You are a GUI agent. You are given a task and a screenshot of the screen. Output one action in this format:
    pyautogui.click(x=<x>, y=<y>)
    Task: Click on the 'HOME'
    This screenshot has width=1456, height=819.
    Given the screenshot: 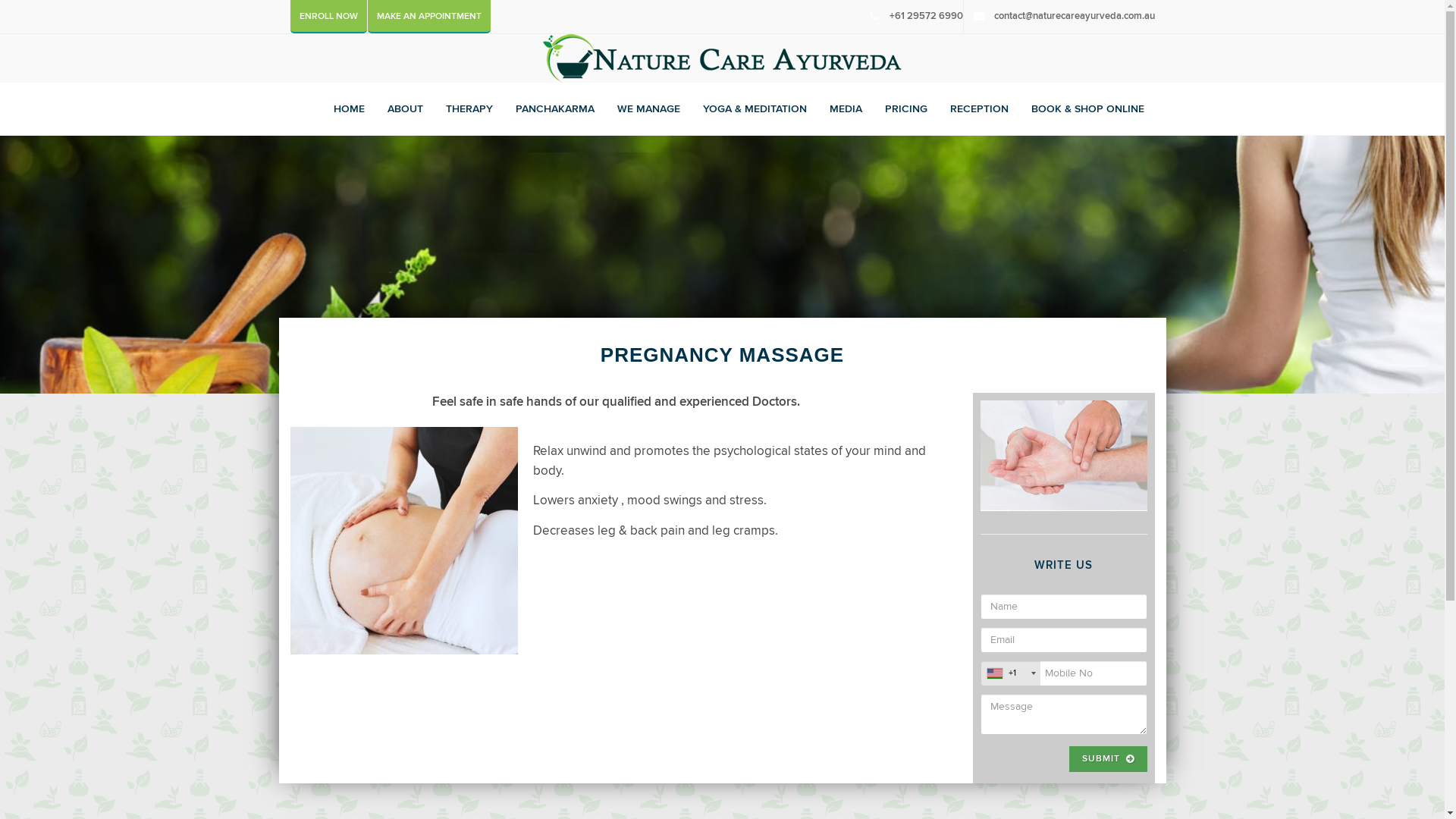 What is the action you would take?
    pyautogui.click(x=348, y=108)
    